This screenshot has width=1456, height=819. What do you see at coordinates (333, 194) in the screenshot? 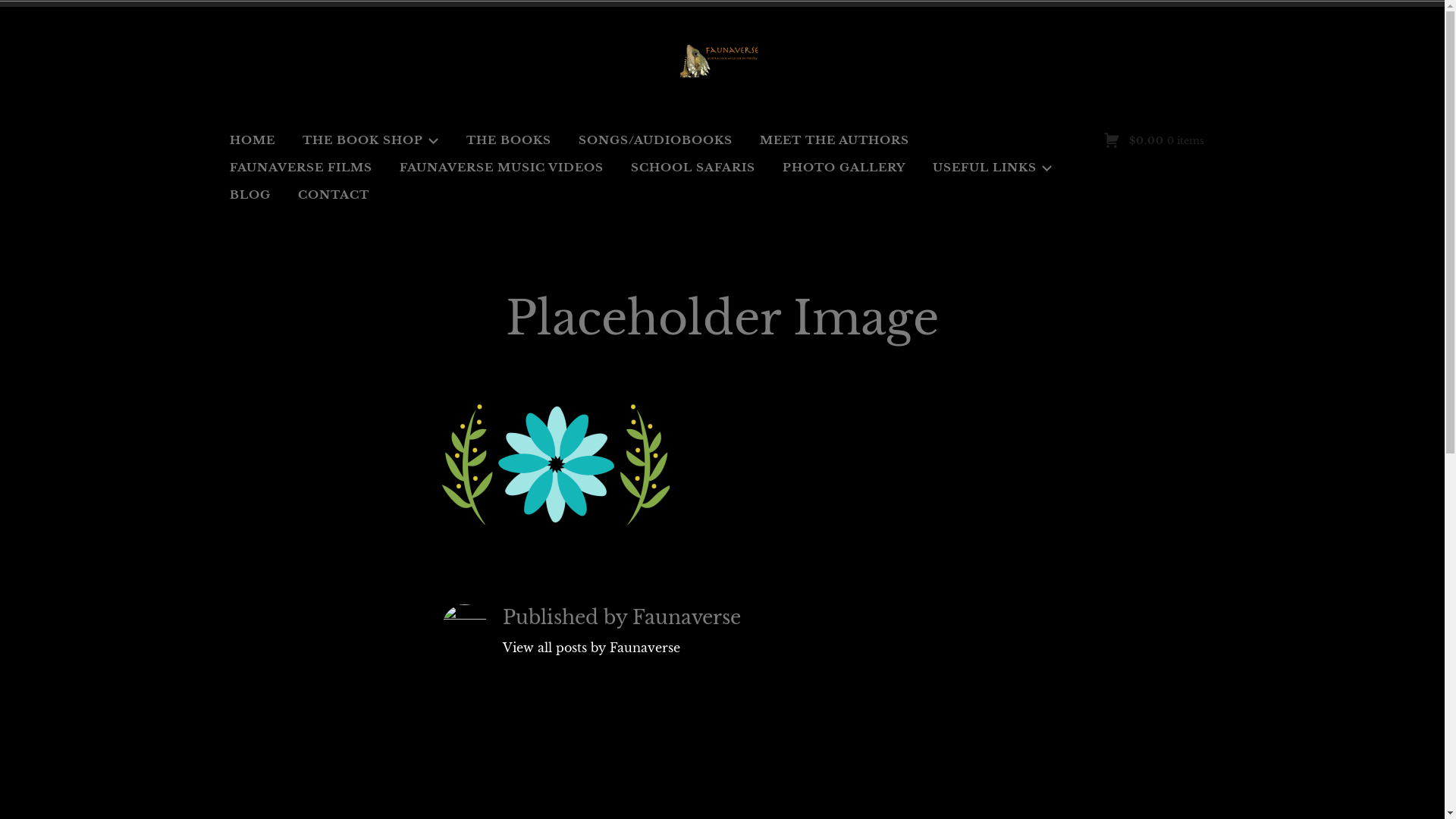
I see `'CONTACT'` at bounding box center [333, 194].